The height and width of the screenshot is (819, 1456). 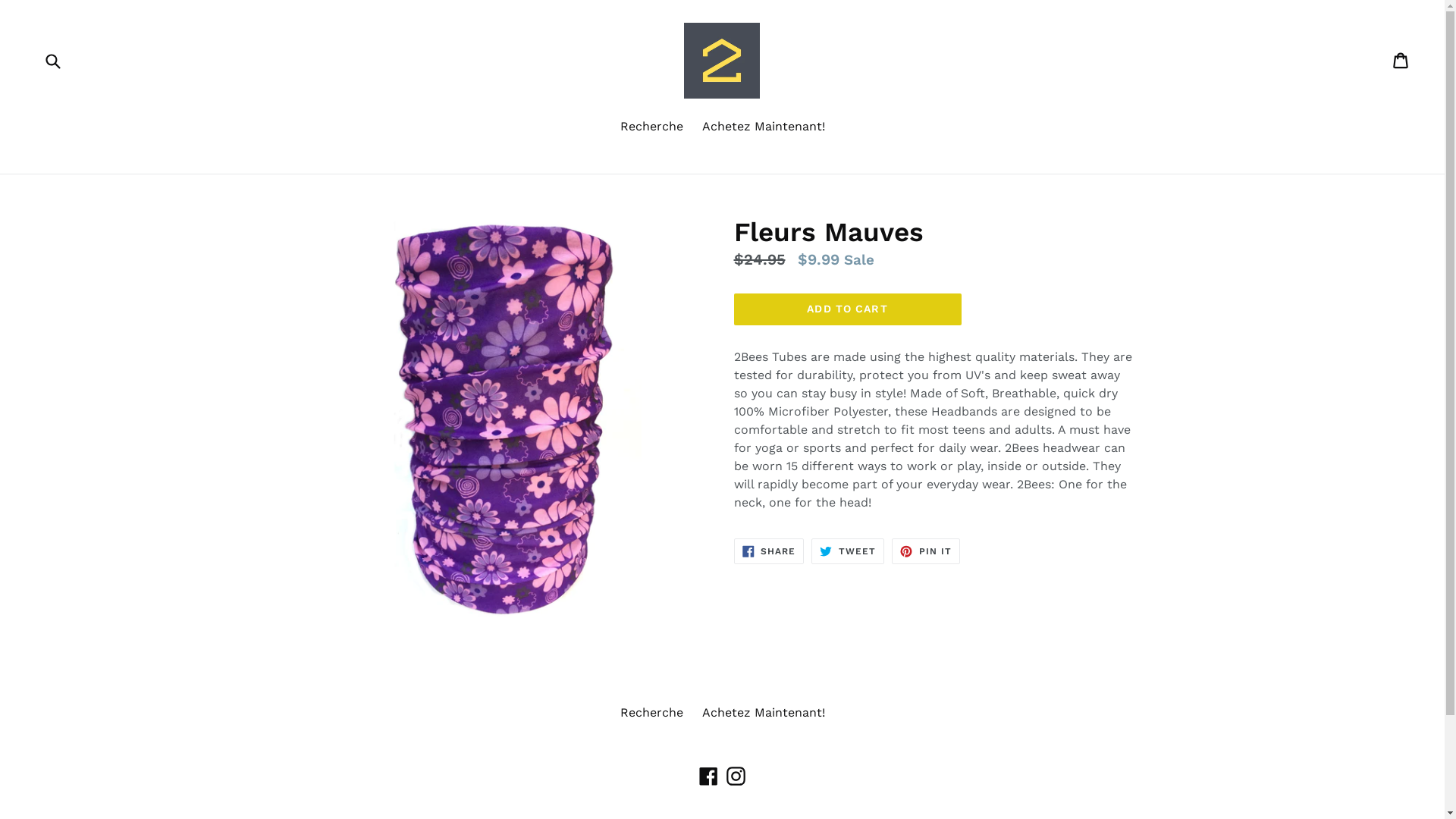 What do you see at coordinates (924, 551) in the screenshot?
I see `'PIN IT` at bounding box center [924, 551].